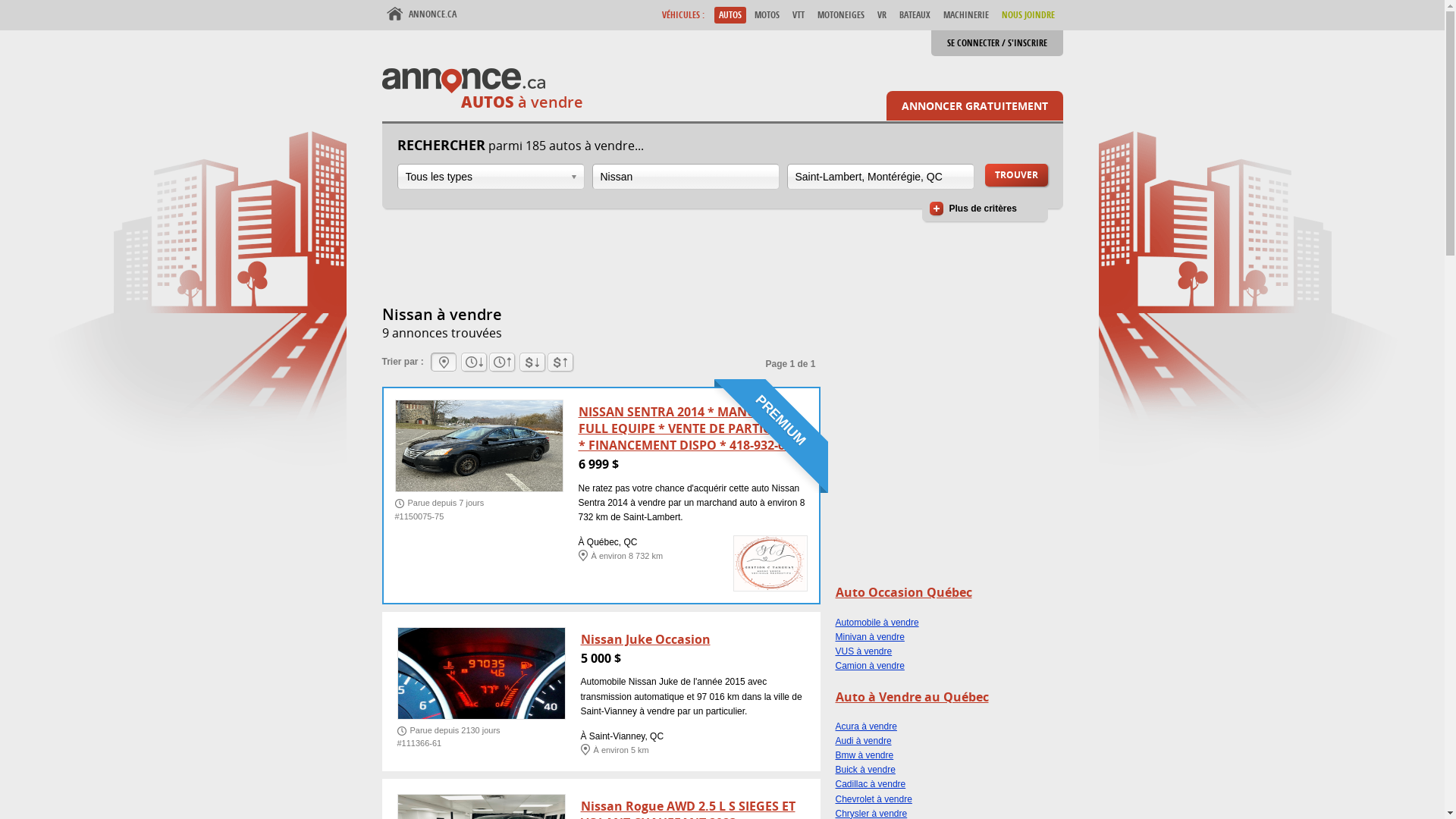  Describe the element at coordinates (974, 105) in the screenshot. I see `'ANNONCER GRATUITEMENT'` at that location.